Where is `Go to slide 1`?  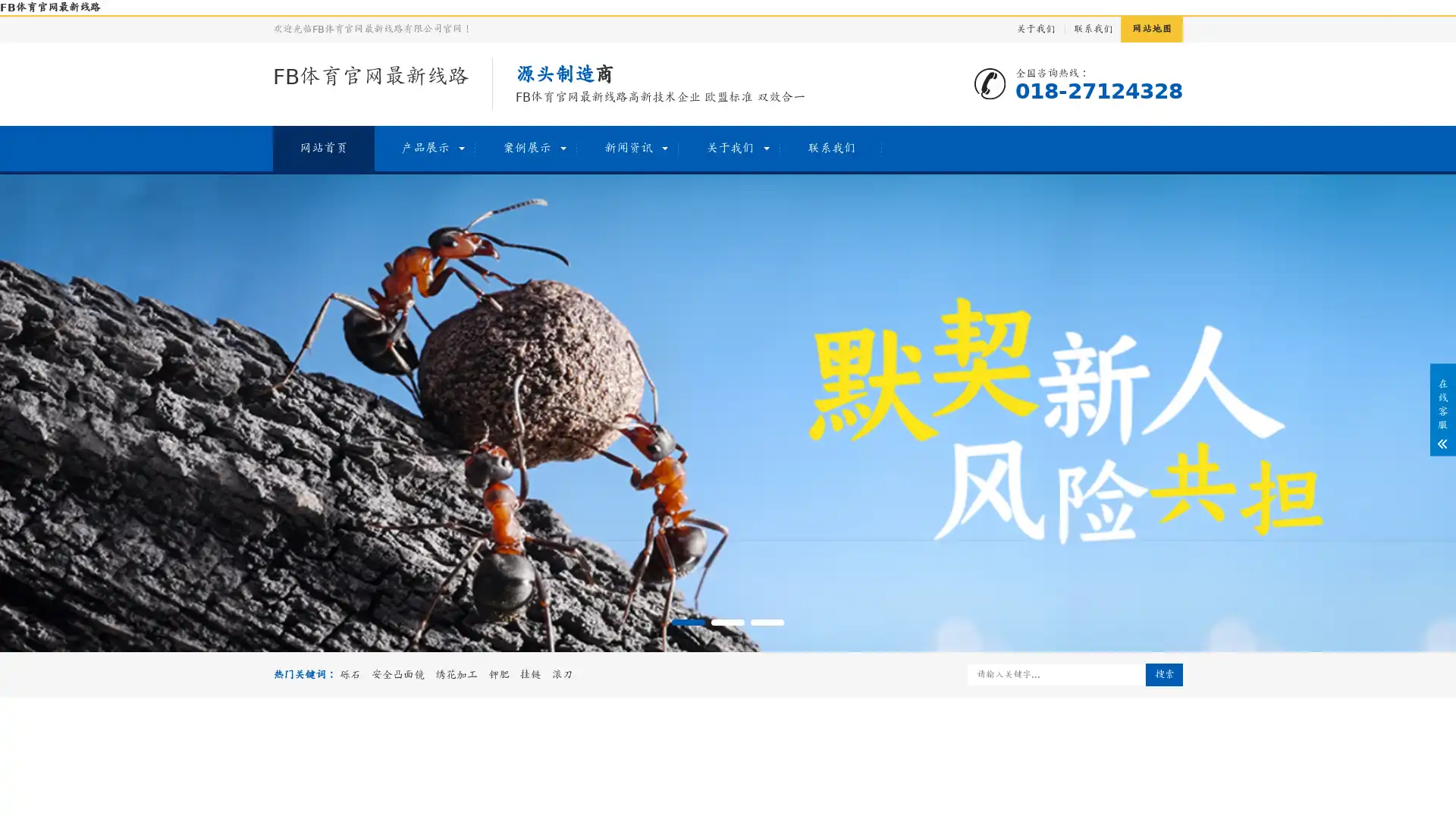 Go to slide 1 is located at coordinates (687, 623).